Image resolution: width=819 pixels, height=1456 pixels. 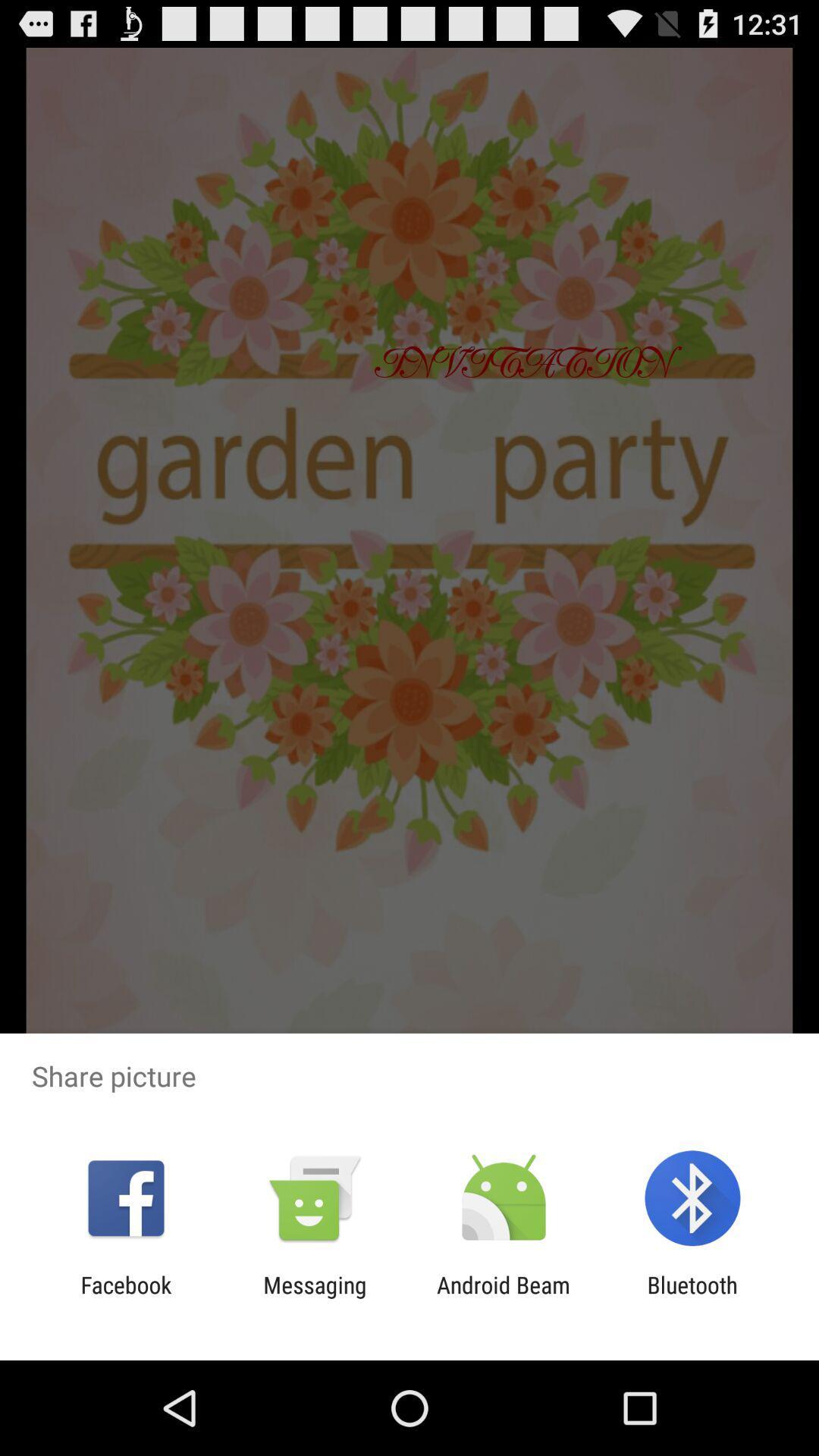 What do you see at coordinates (314, 1298) in the screenshot?
I see `app next to android beam icon` at bounding box center [314, 1298].